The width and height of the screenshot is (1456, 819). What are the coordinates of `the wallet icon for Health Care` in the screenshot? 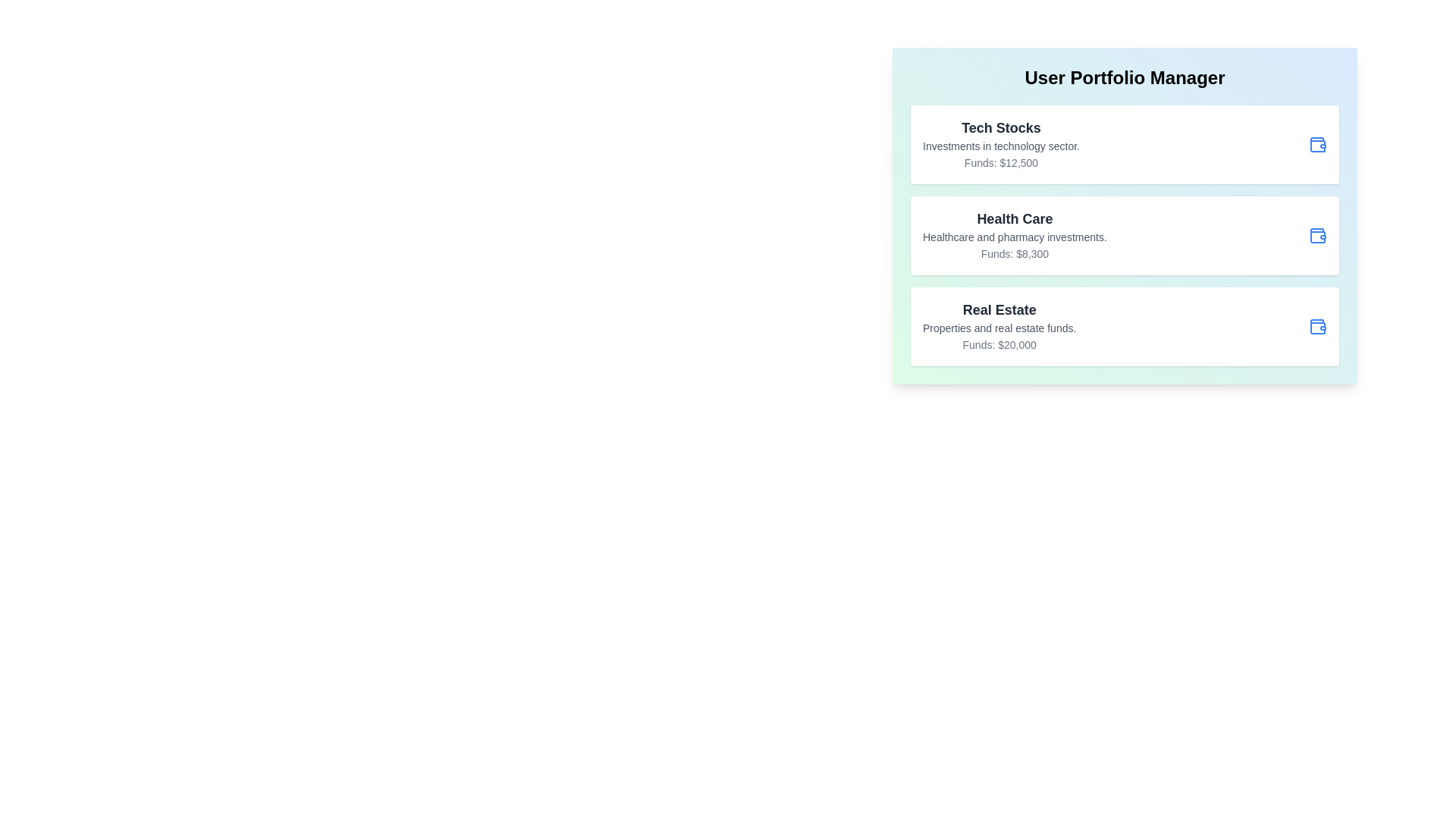 It's located at (1316, 236).